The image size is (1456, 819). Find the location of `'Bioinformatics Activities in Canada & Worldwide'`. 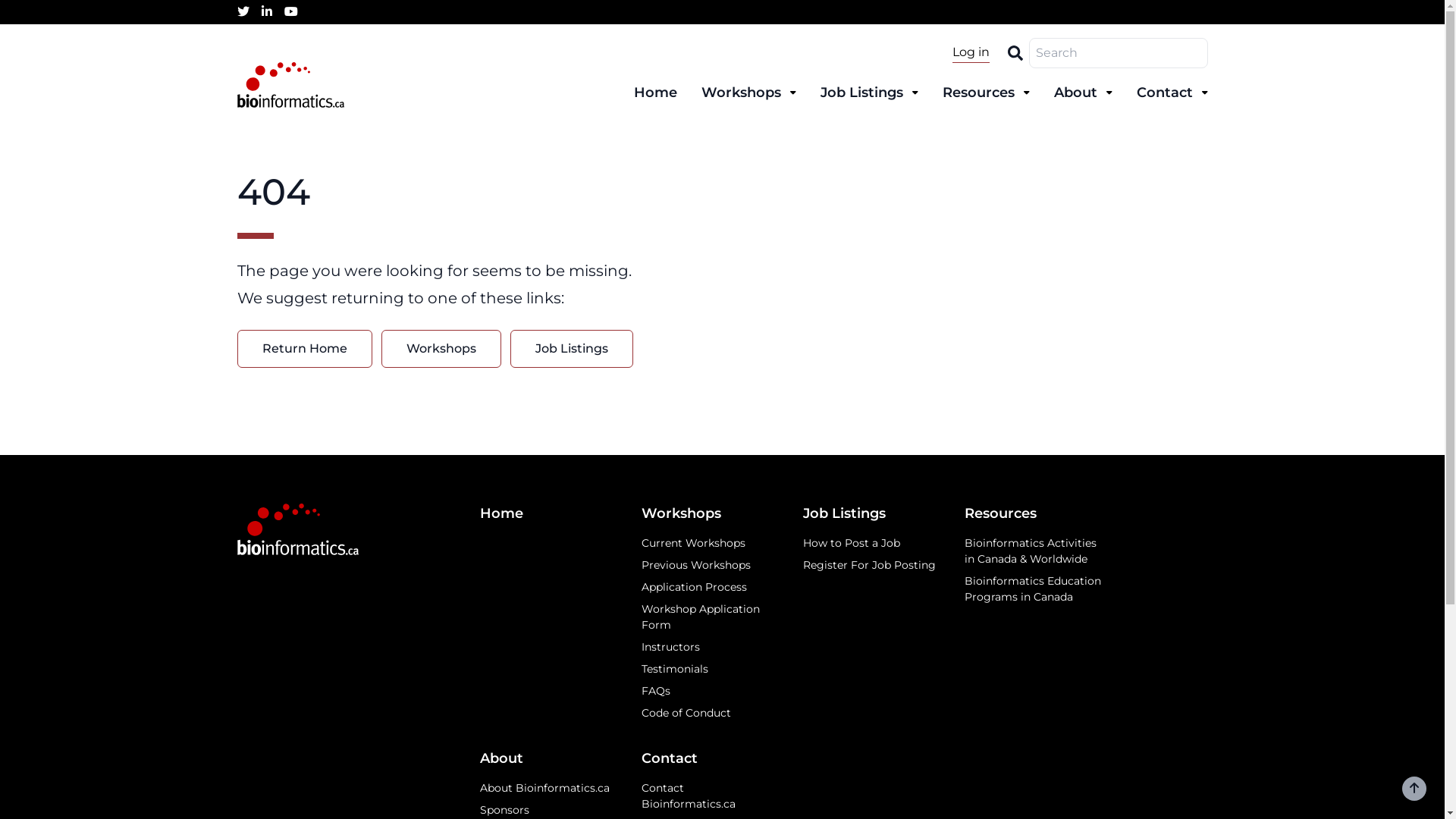

'Bioinformatics Activities in Canada & Worldwide' is located at coordinates (1033, 551).